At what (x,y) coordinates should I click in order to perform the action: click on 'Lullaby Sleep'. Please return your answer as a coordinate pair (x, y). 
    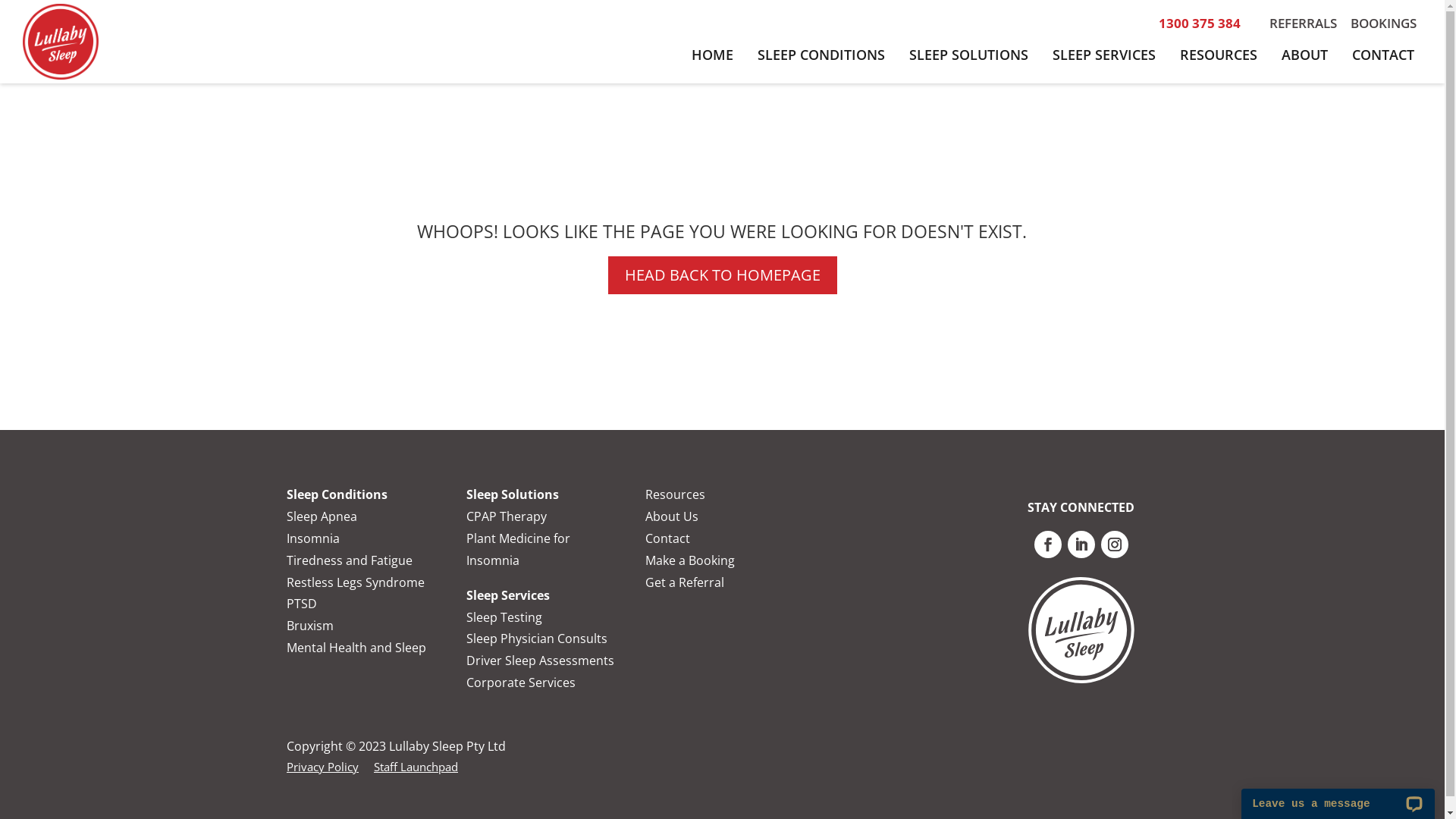
    Looking at the image, I should click on (61, 40).